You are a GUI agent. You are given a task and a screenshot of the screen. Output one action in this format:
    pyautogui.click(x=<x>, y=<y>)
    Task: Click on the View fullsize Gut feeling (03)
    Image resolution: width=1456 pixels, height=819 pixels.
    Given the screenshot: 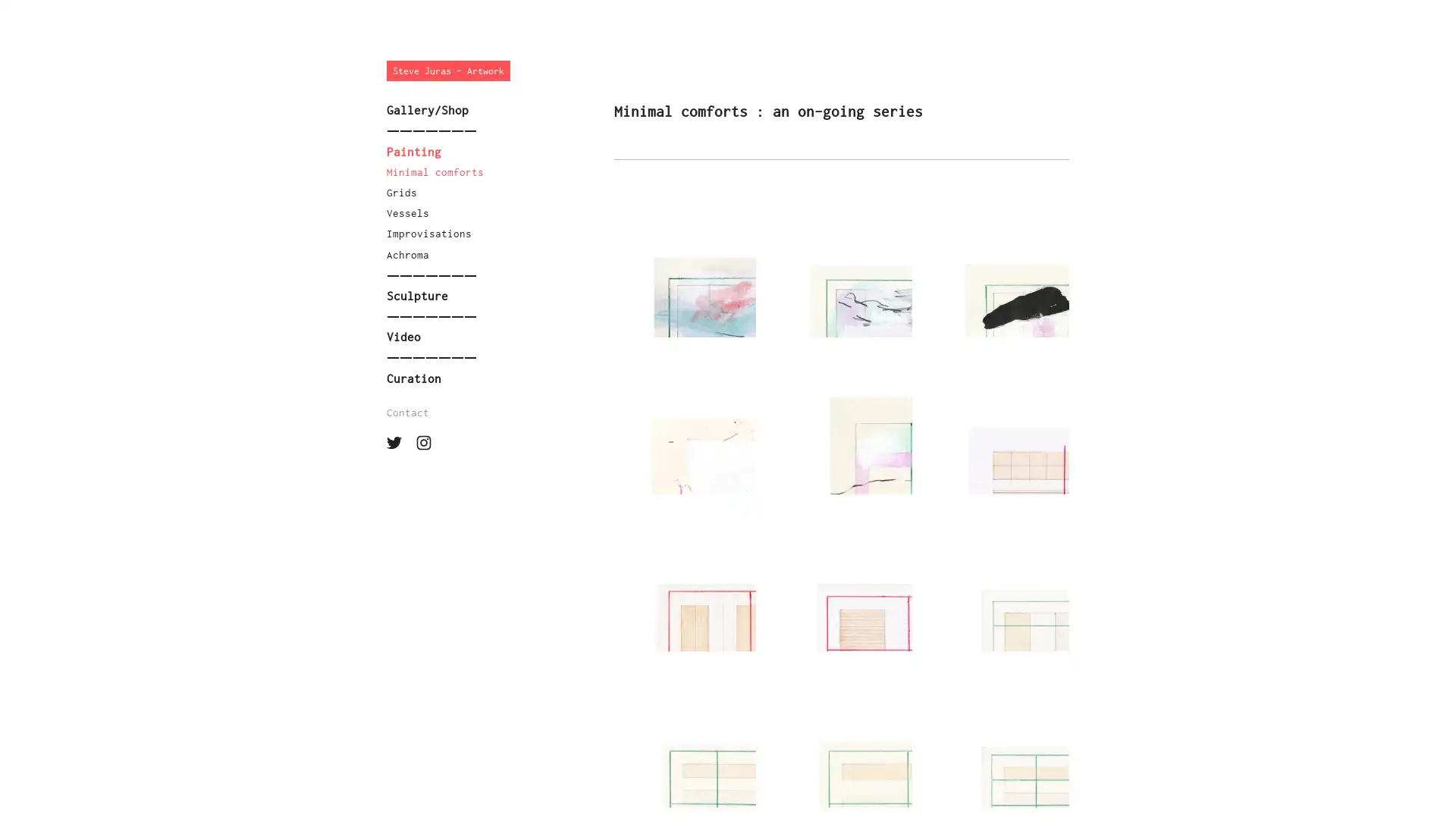 What is the action you would take?
    pyautogui.click(x=997, y=265)
    